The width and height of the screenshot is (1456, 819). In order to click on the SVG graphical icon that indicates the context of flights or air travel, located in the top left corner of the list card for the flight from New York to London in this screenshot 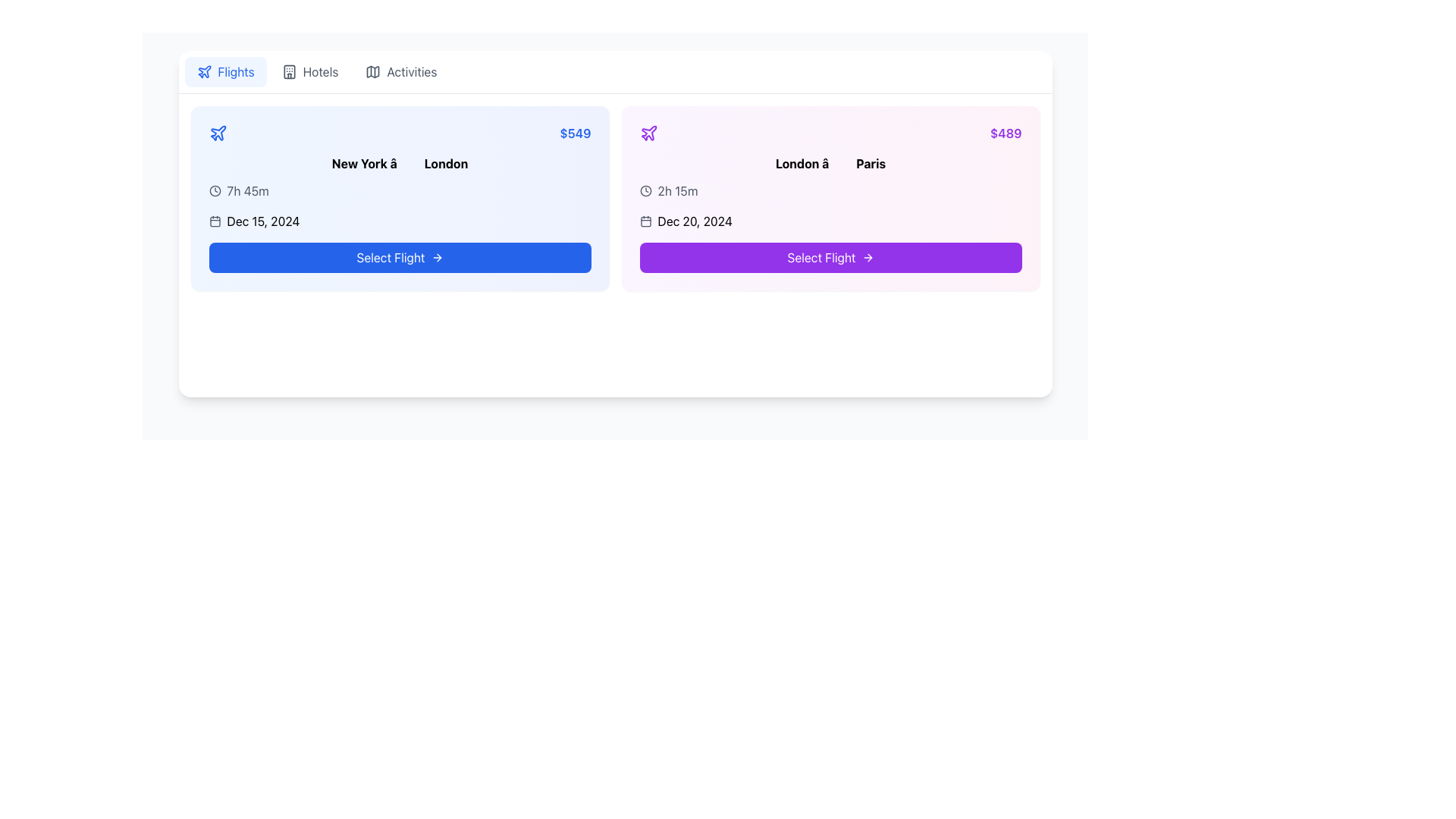, I will do `click(217, 132)`.